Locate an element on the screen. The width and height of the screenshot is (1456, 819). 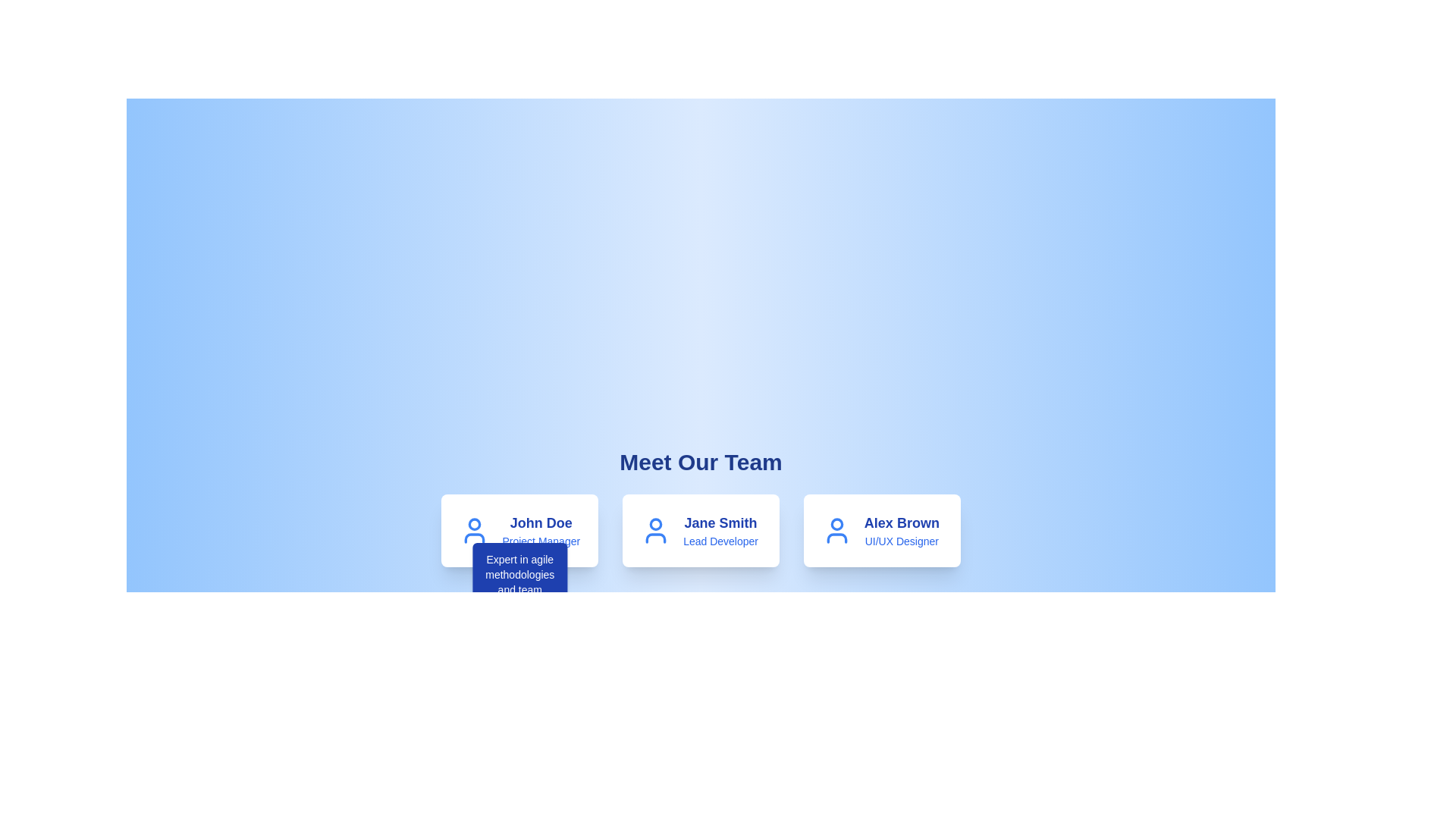
the user icon representing 'John Doe' located at the left side of the card's header area is located at coordinates (474, 529).